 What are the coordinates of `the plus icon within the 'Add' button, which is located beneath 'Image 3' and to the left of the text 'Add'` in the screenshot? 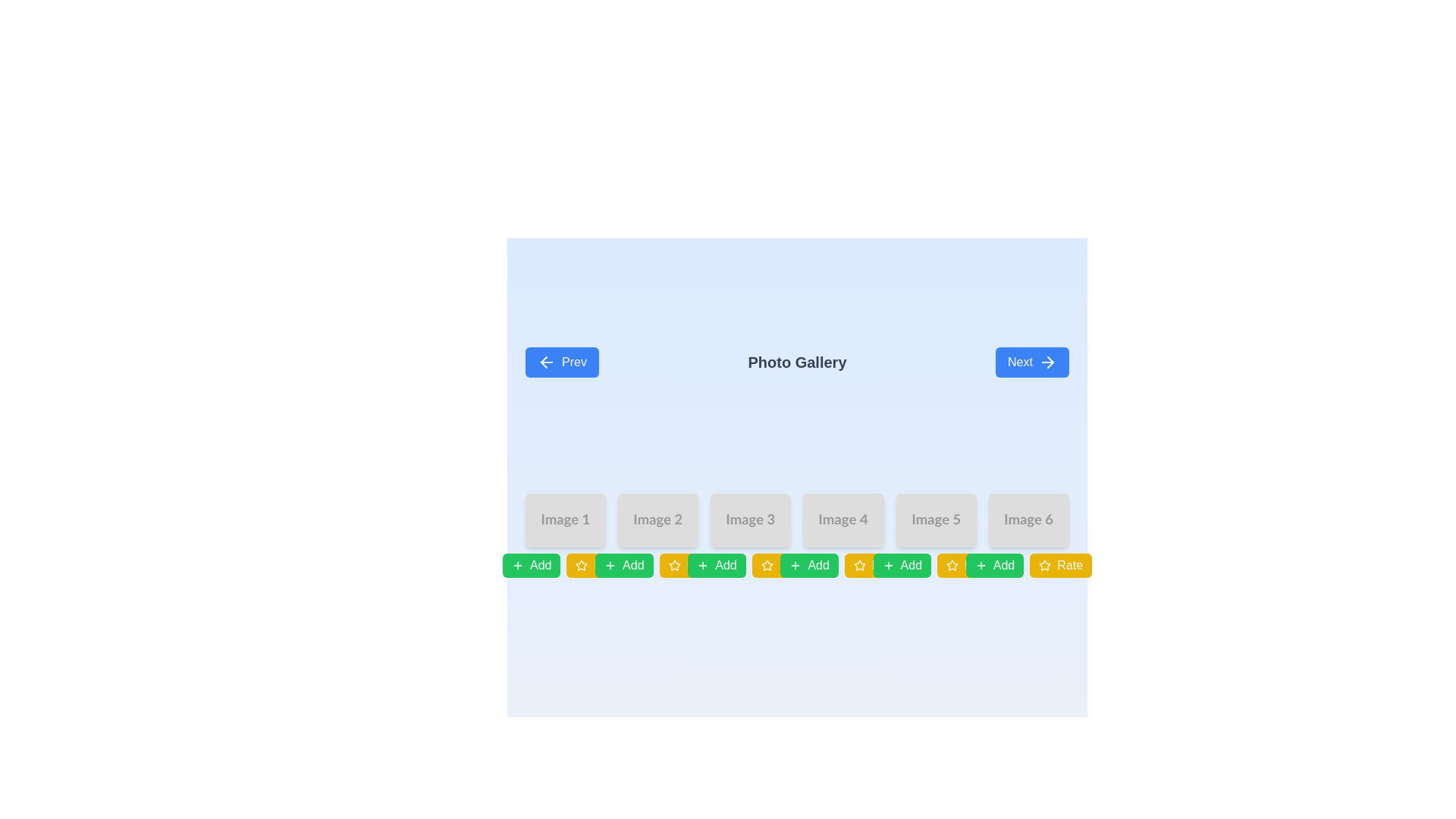 It's located at (610, 565).